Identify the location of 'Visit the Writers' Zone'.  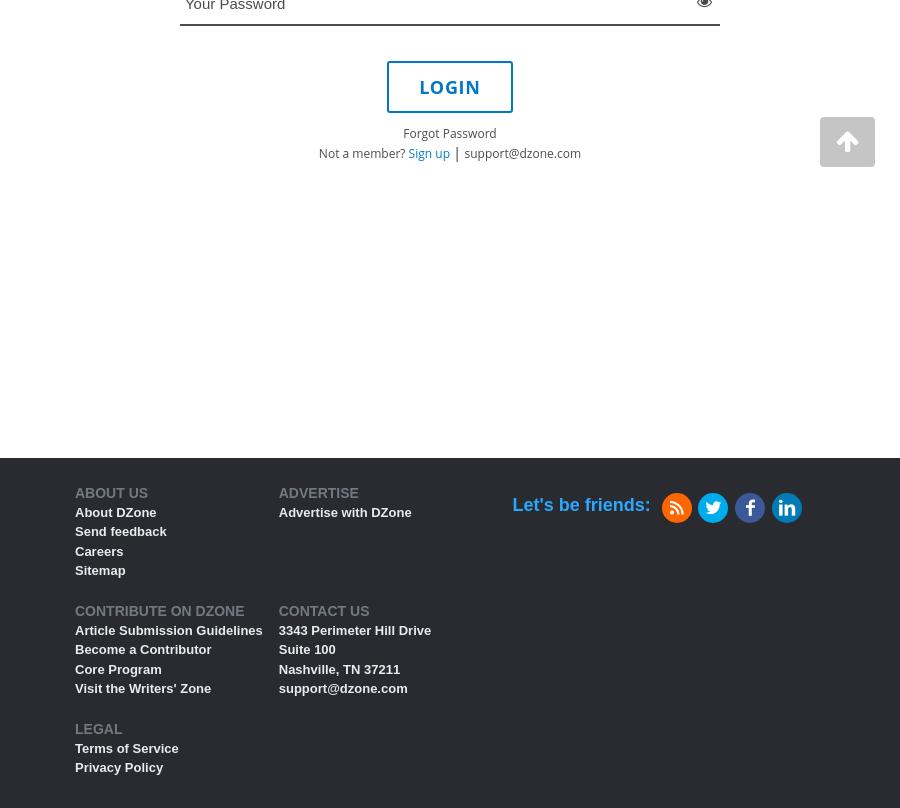
(73, 688).